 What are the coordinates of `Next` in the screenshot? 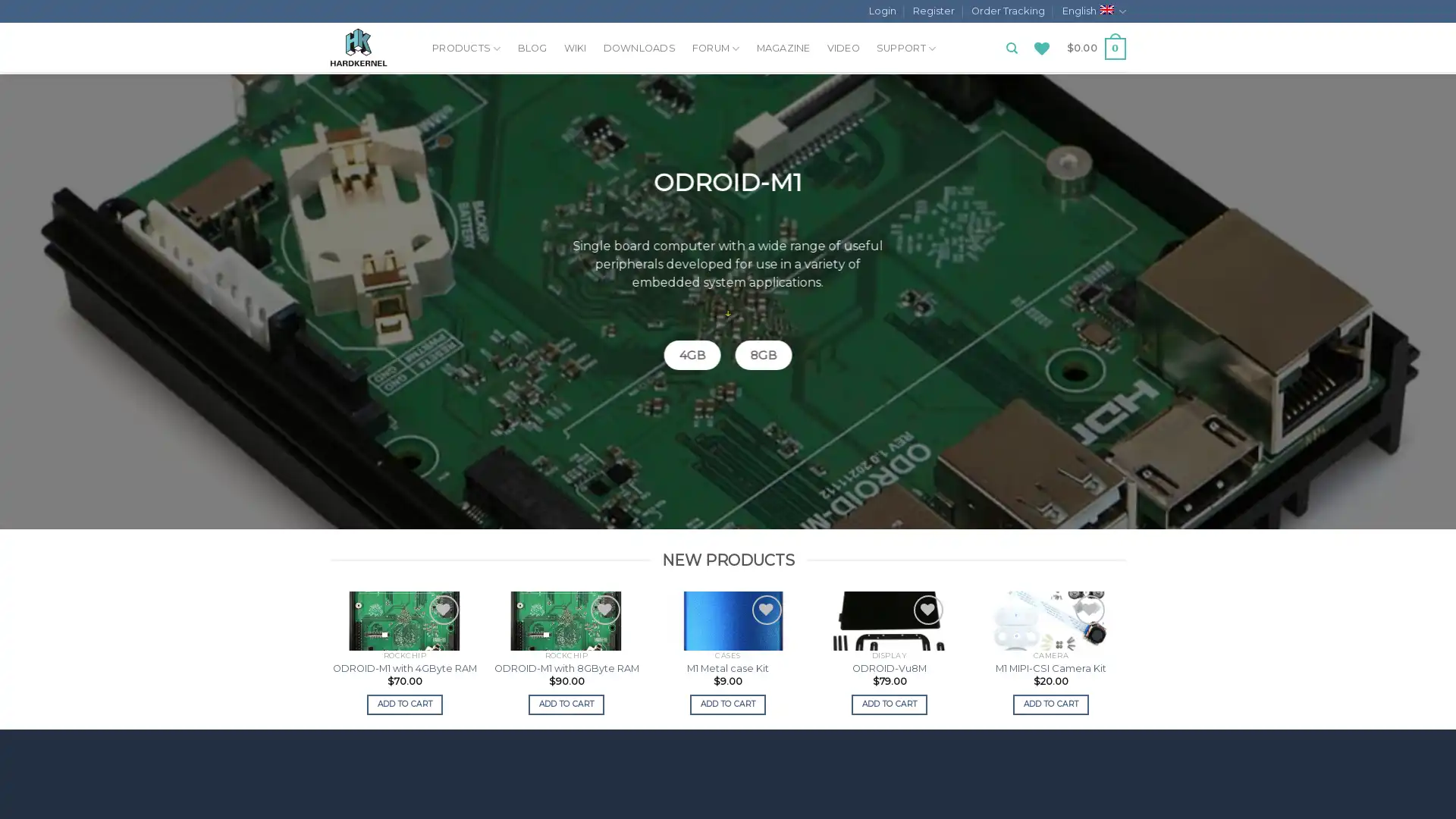 It's located at (1123, 657).